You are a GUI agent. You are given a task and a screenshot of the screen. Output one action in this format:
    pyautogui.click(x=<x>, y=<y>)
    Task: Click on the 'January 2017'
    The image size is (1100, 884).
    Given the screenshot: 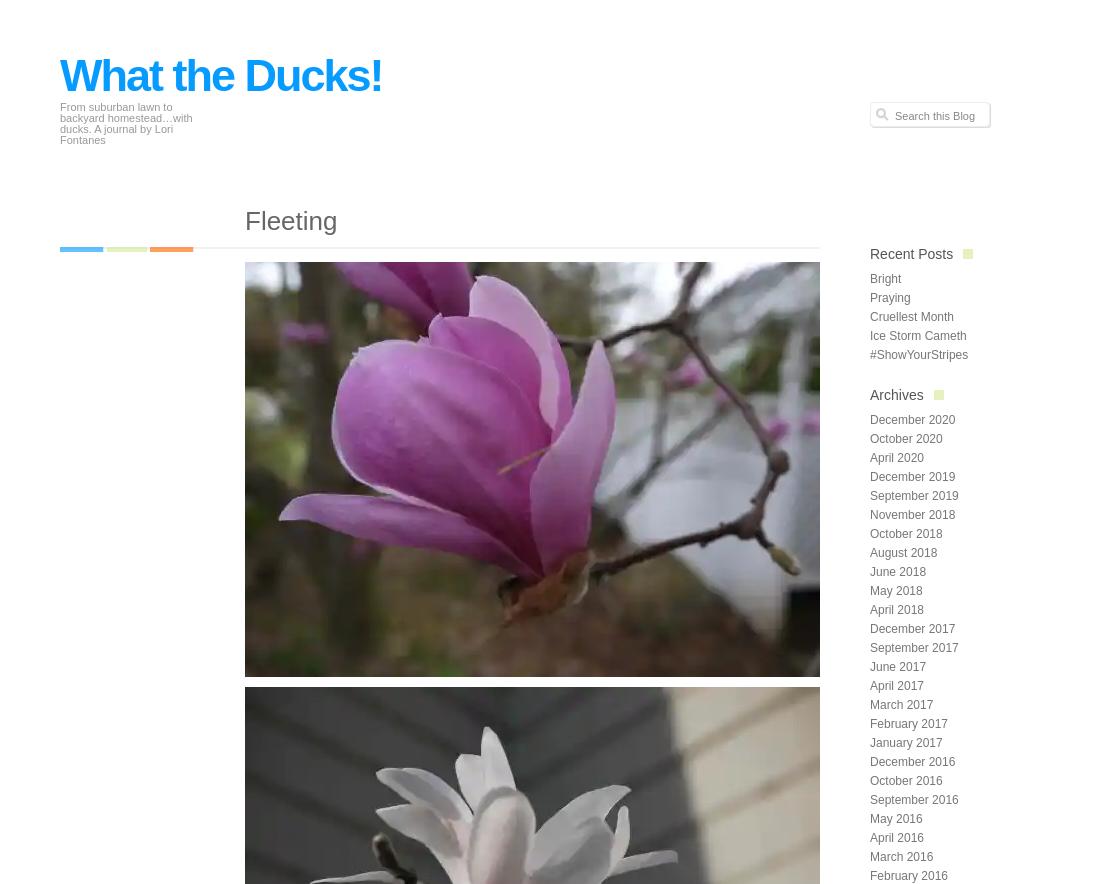 What is the action you would take?
    pyautogui.click(x=905, y=743)
    